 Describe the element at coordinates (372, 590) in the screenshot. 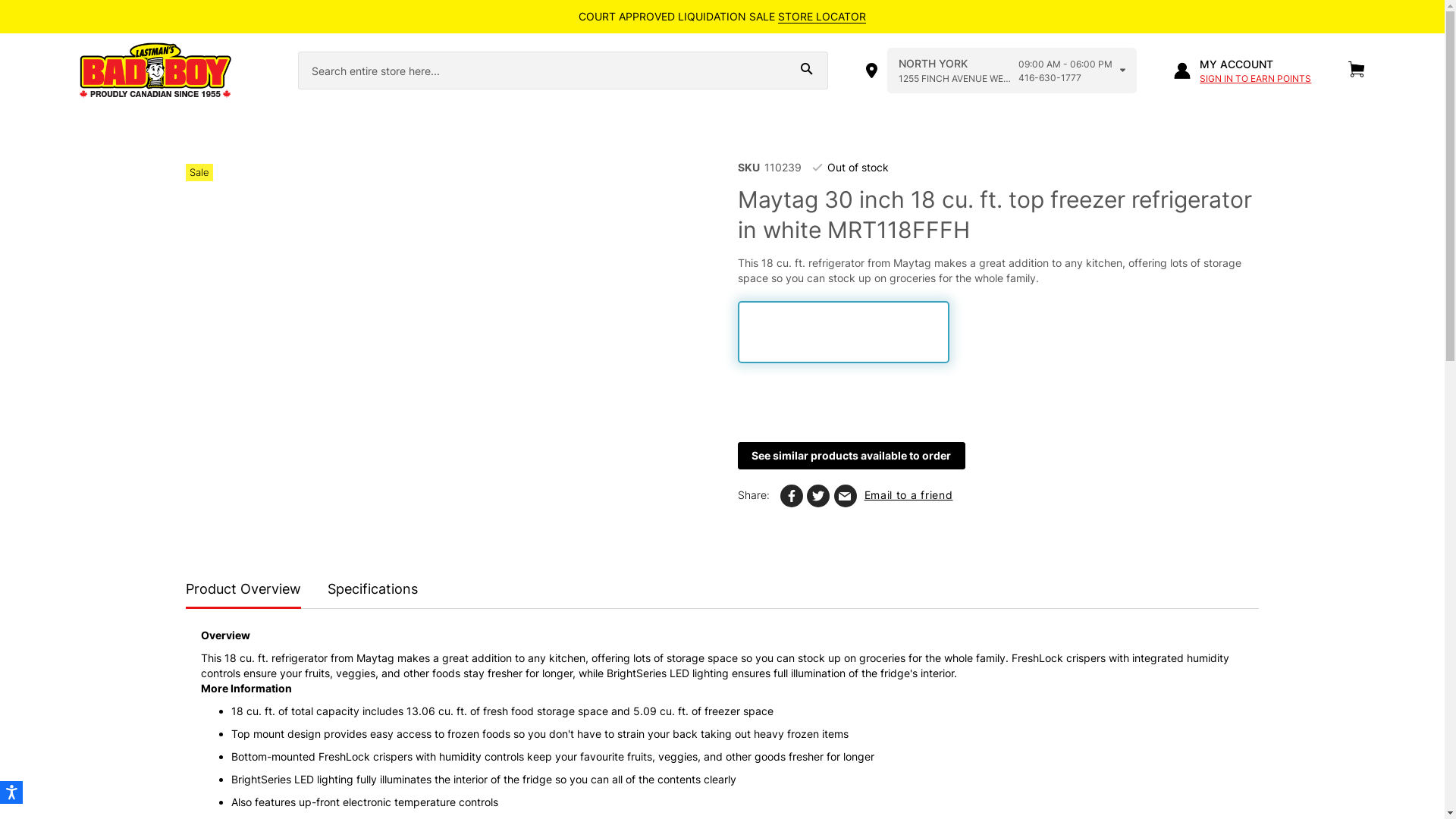

I see `'Specifications'` at that location.